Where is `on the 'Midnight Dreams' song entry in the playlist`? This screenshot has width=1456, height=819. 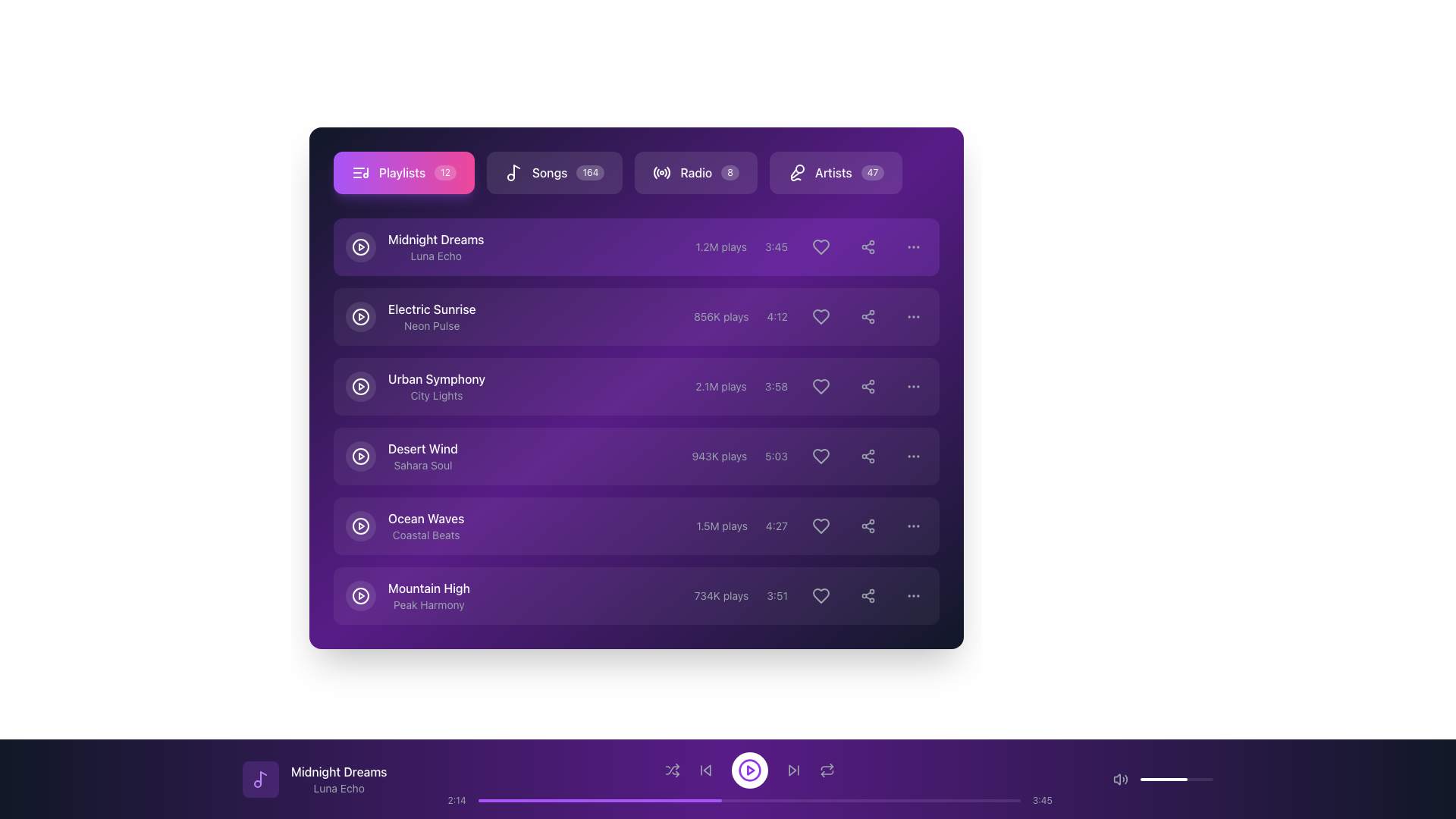
on the 'Midnight Dreams' song entry in the playlist is located at coordinates (415, 246).